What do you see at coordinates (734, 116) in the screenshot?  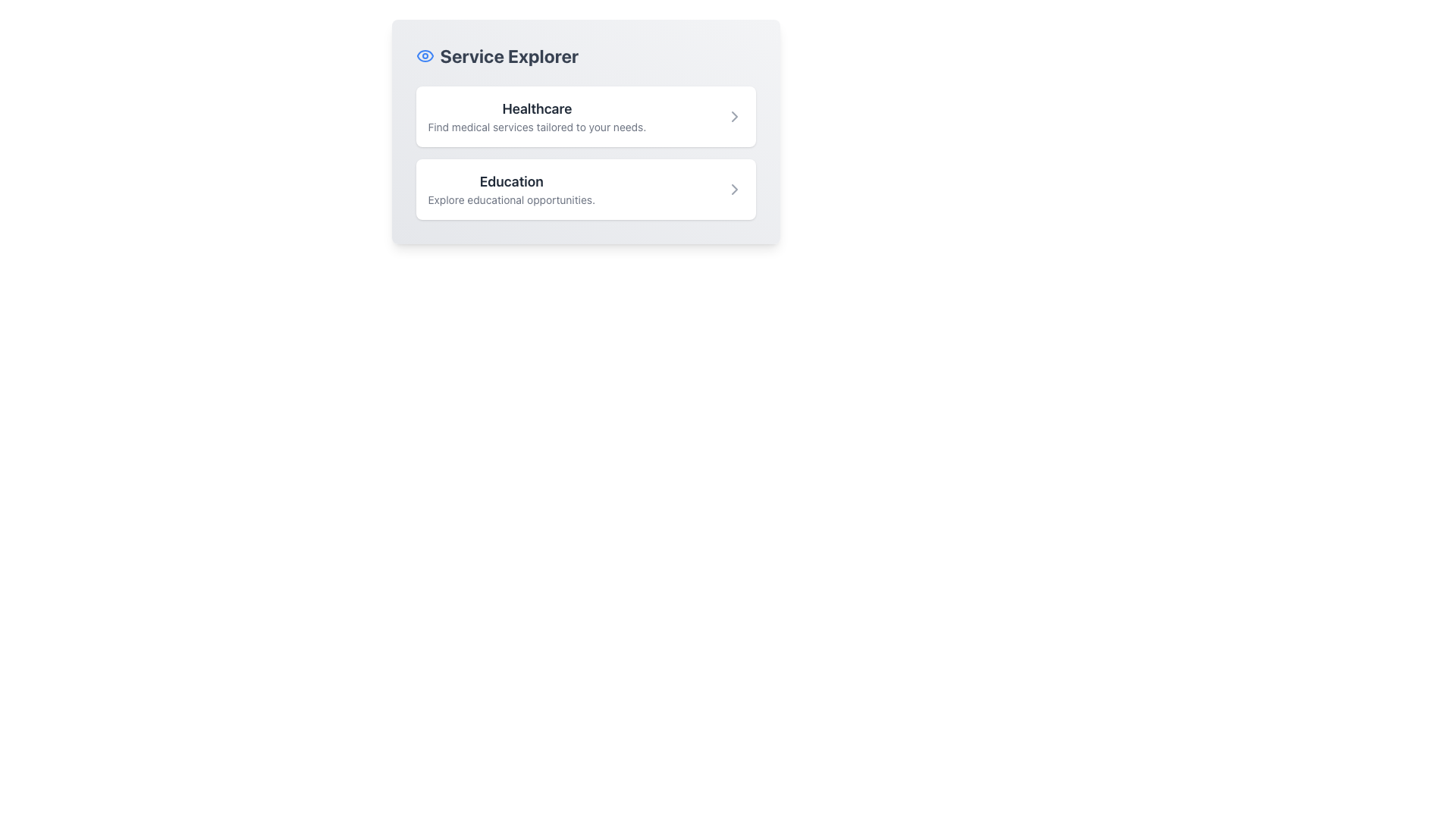 I see `the chevron icon located at the far right of the 'Healthcare' list item in the 'Service Explorer' section` at bounding box center [734, 116].